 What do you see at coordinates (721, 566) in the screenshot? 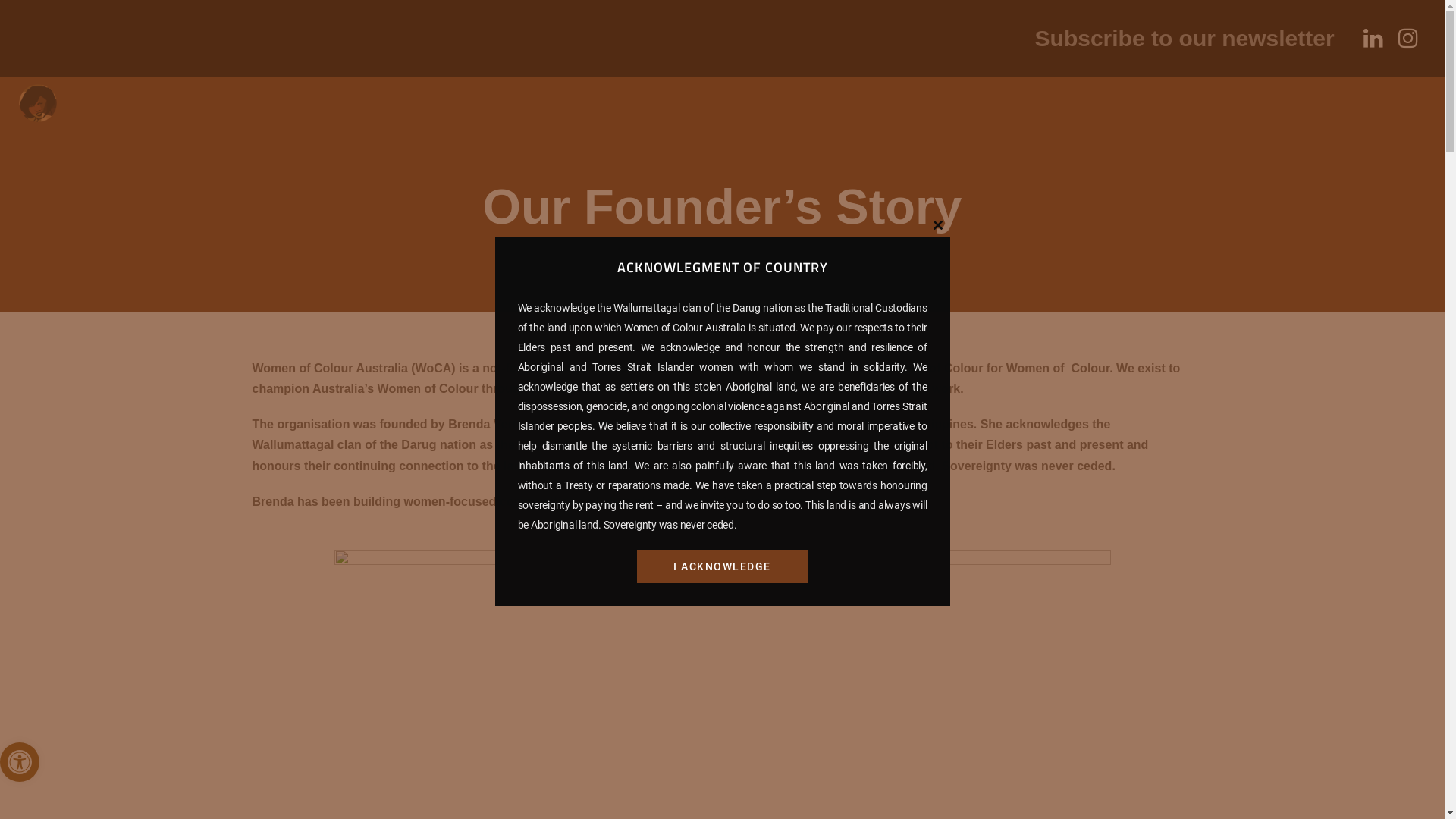
I see `'I ACKNOWLEDGE'` at bounding box center [721, 566].